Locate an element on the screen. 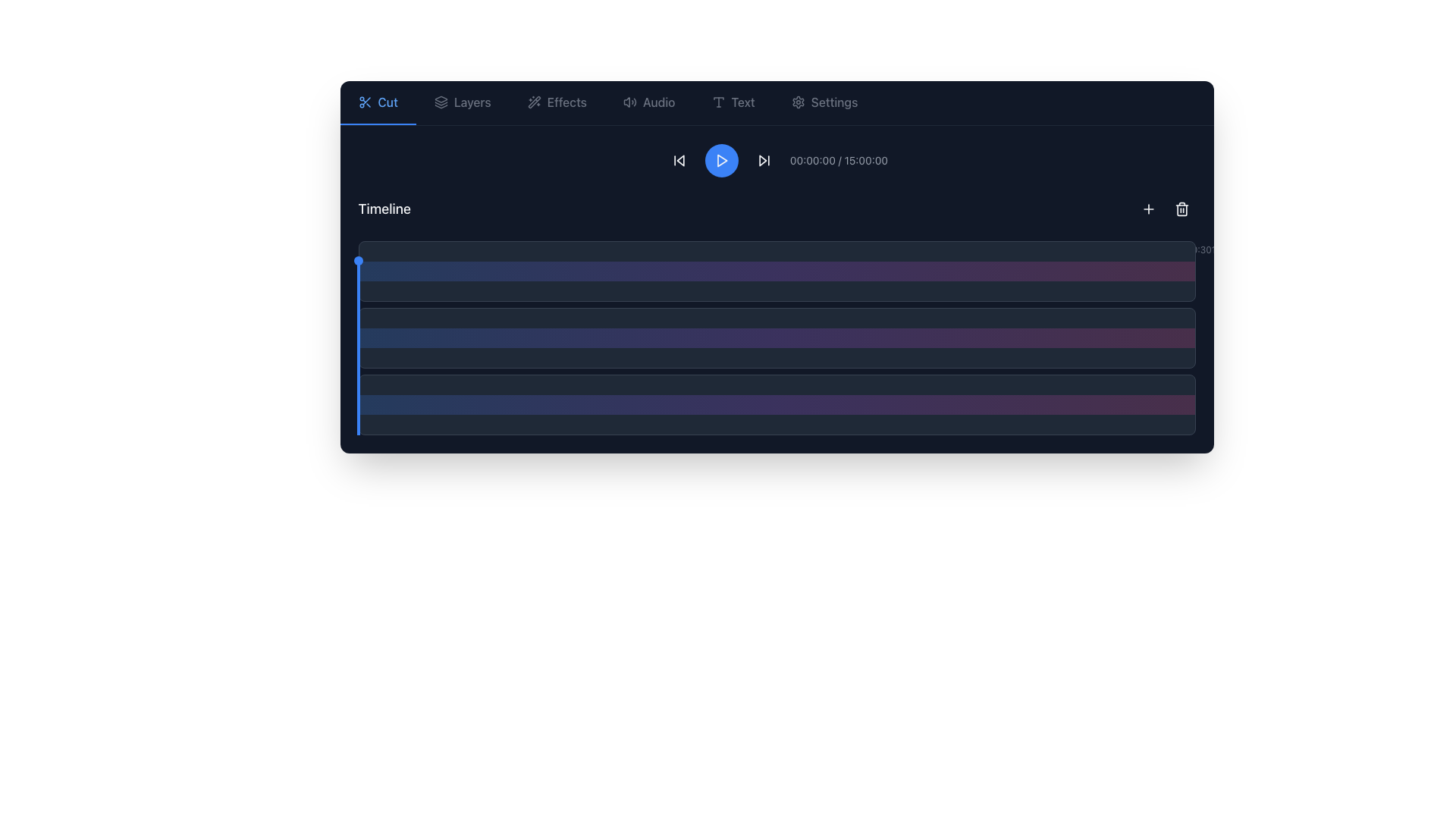  the delete icon button located in the top-right corner of the horizontal bar interface to trigger a tooltip or visual feedback is located at coordinates (1181, 209).